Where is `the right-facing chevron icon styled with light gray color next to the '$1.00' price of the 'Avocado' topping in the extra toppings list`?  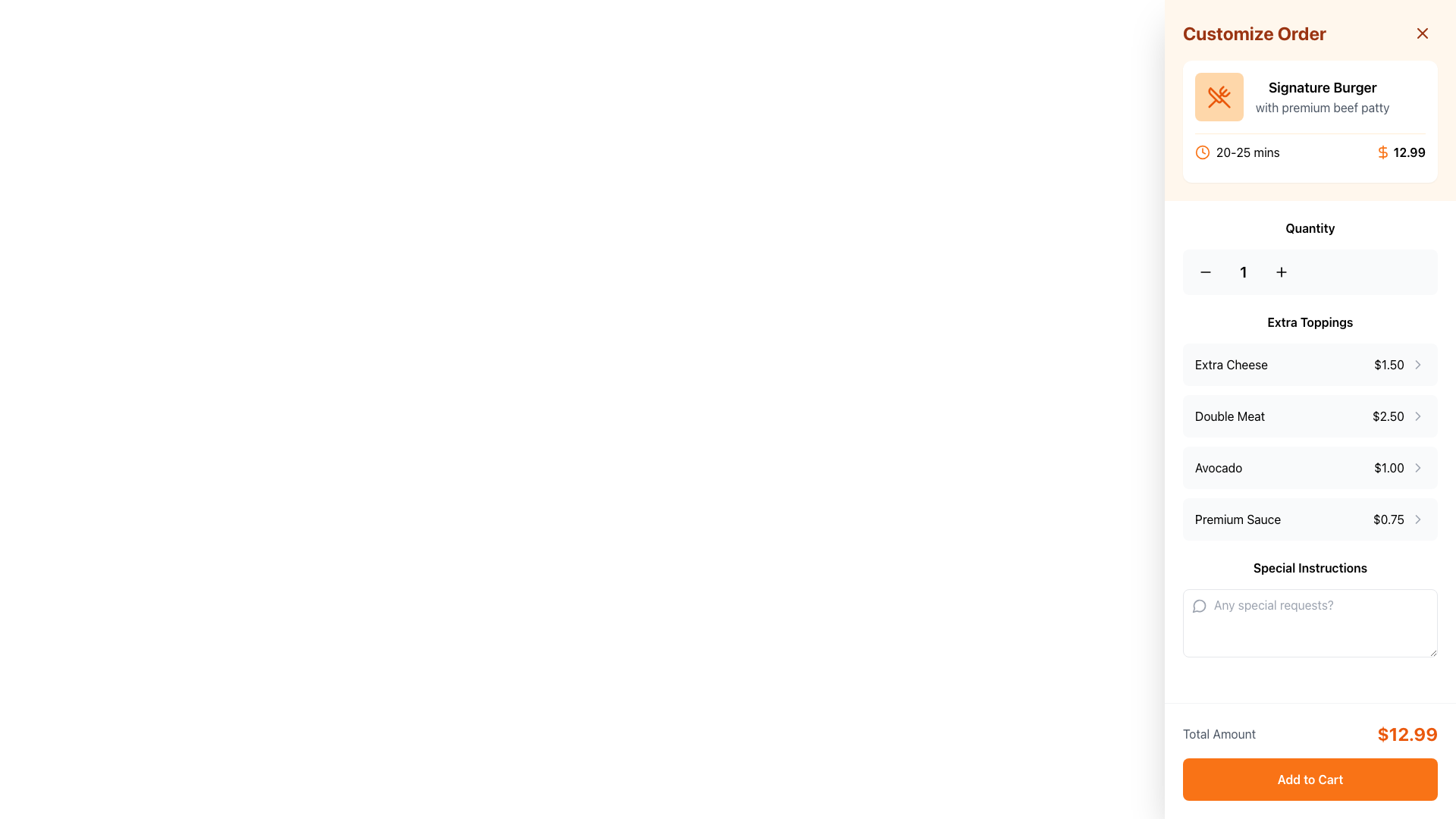 the right-facing chevron icon styled with light gray color next to the '$1.00' price of the 'Avocado' topping in the extra toppings list is located at coordinates (1417, 467).